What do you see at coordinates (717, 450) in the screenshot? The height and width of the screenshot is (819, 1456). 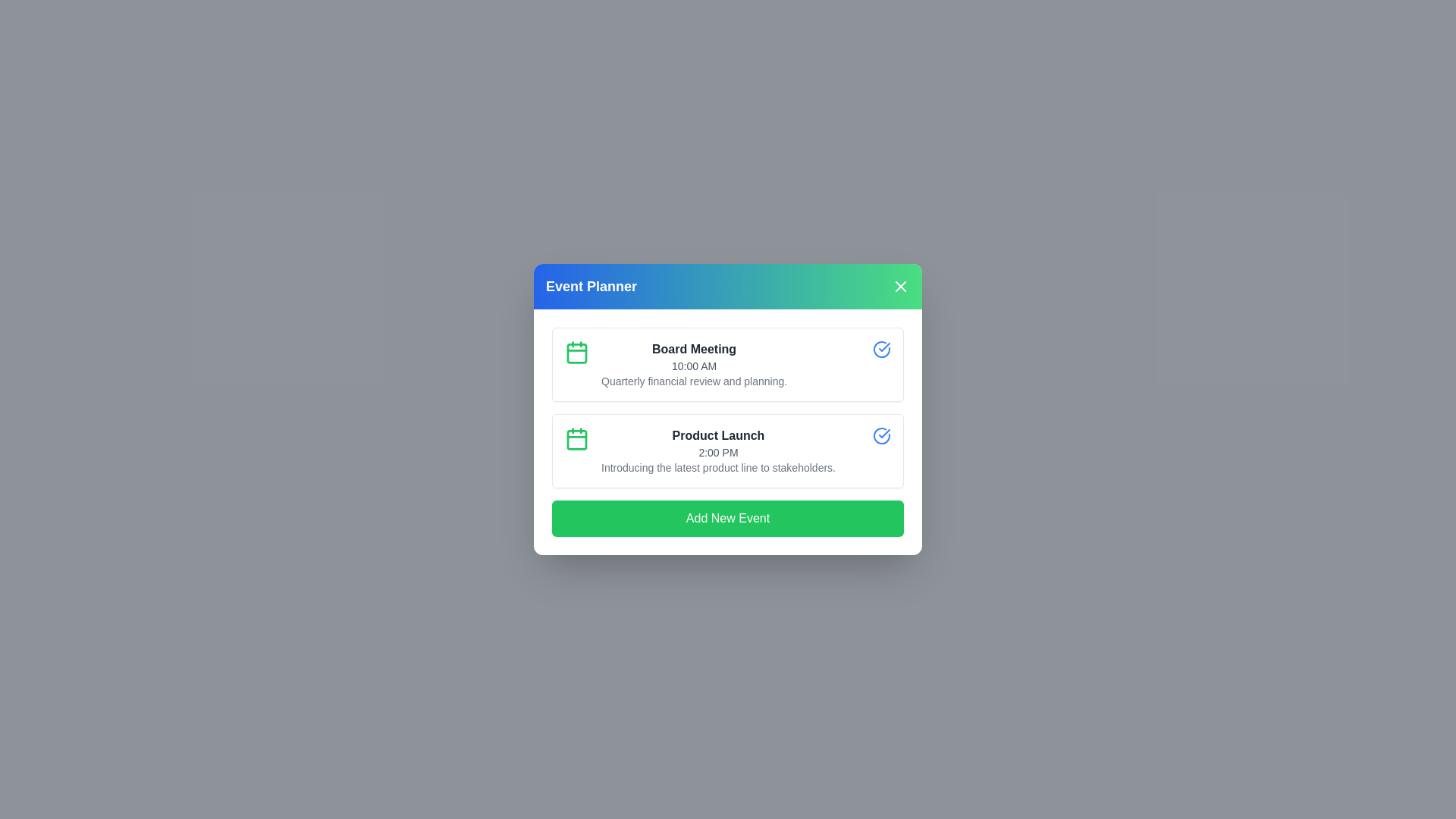 I see `the informational list item for the event titled 'Product Launch' within the 'Event Planner' modal dialog box` at bounding box center [717, 450].